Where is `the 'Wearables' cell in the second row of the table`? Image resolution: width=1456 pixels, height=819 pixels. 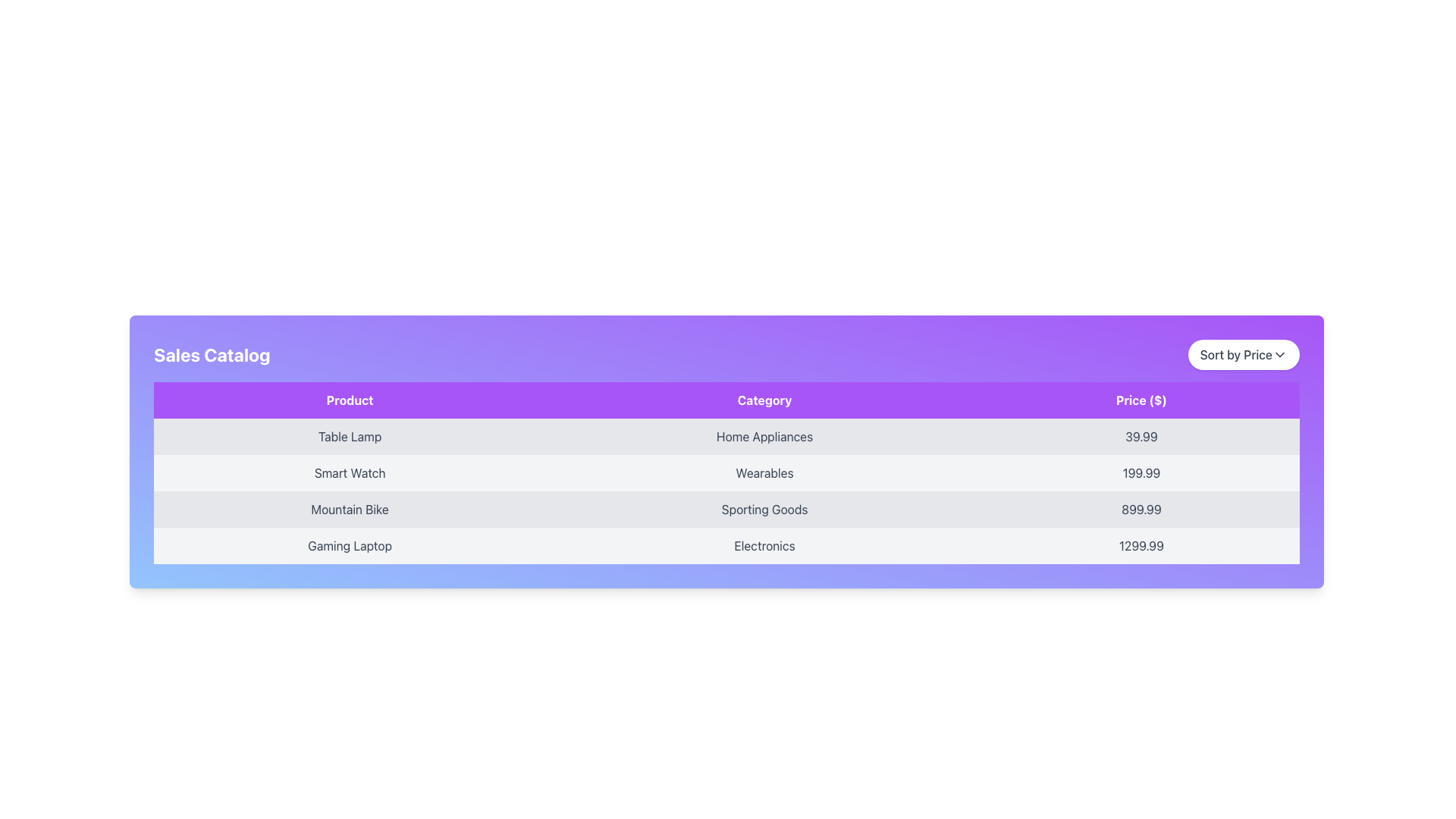
the 'Wearables' cell in the second row of the table is located at coordinates (726, 472).